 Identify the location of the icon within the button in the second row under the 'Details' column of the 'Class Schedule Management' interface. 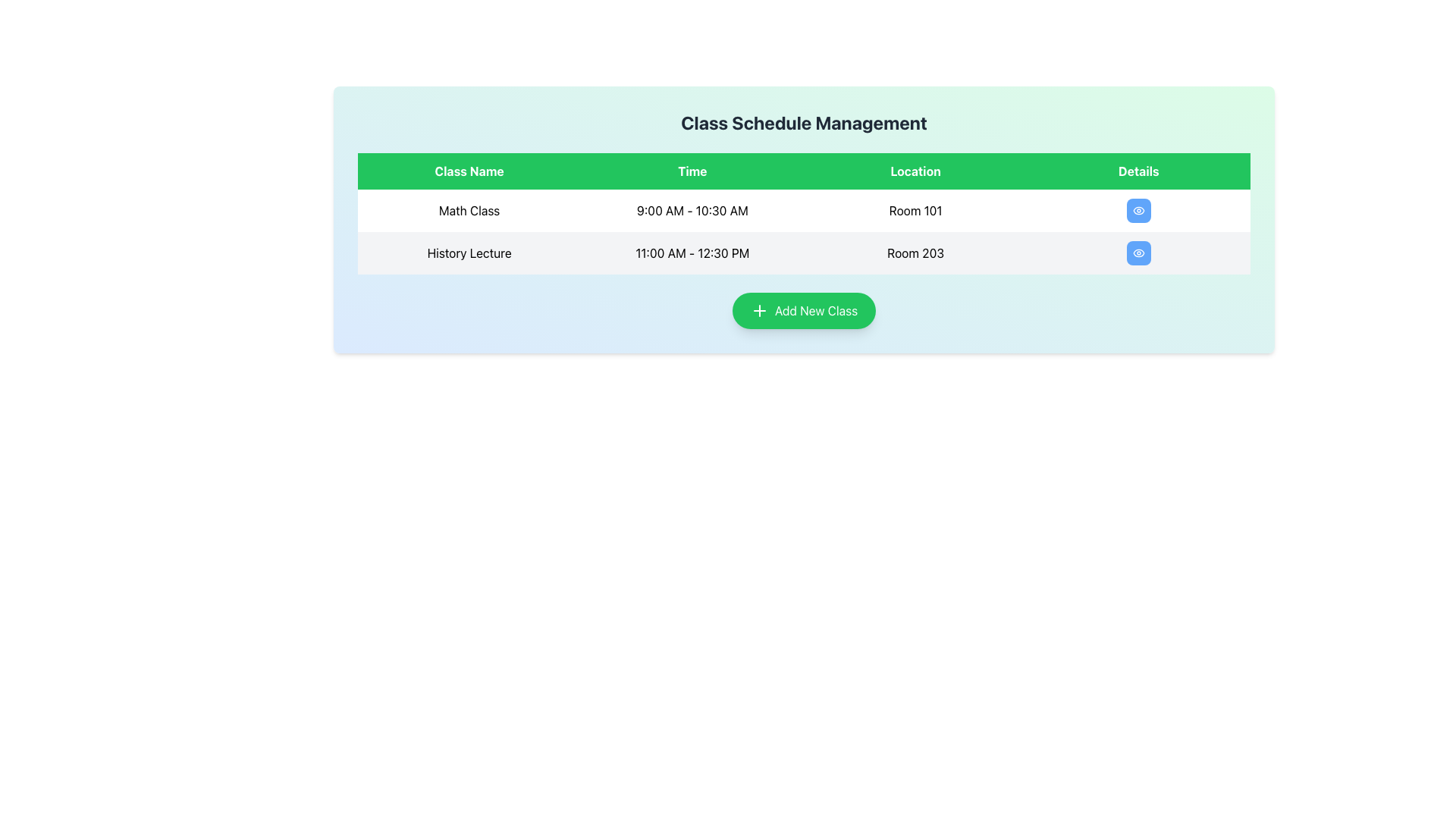
(1138, 210).